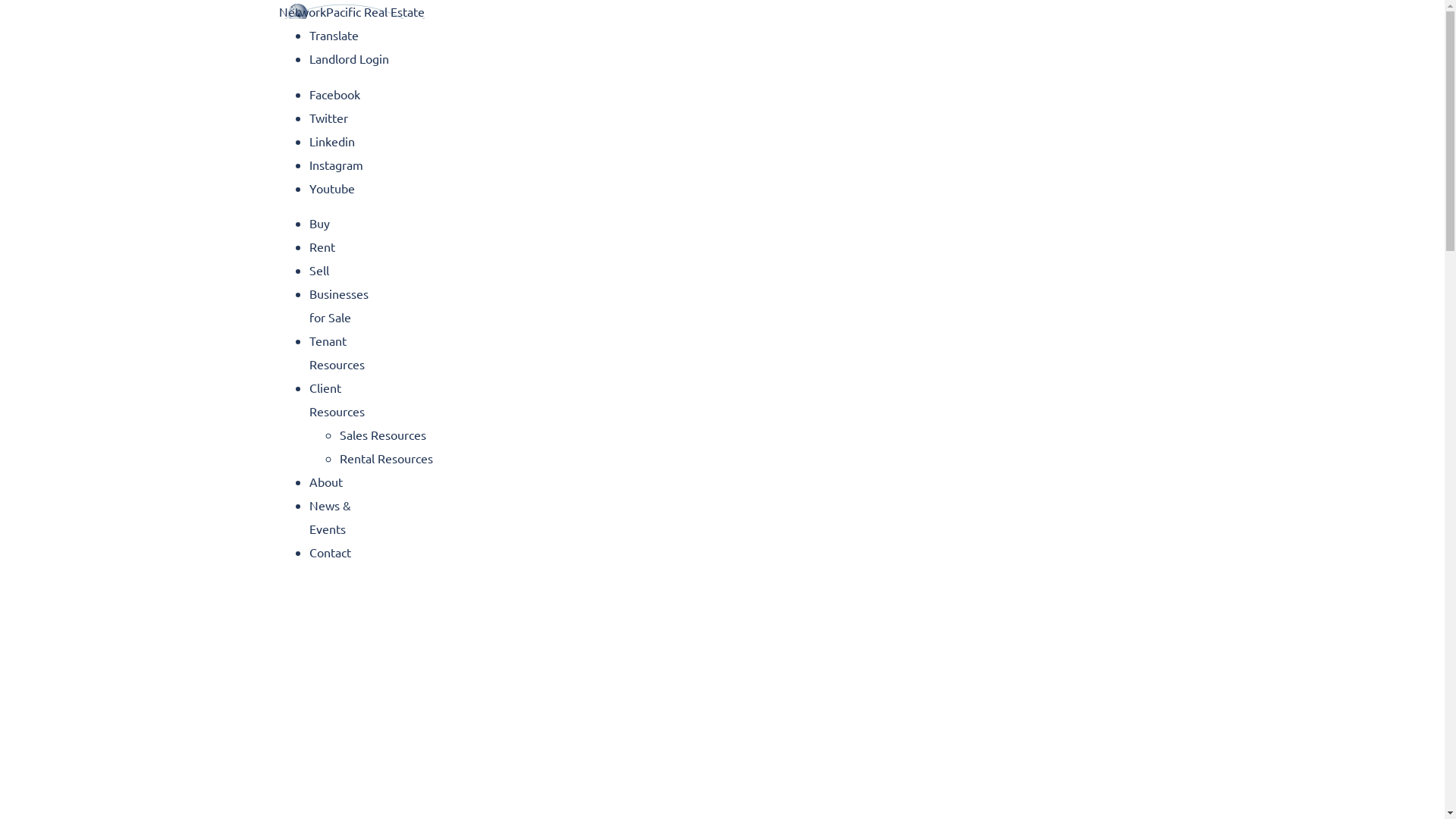 This screenshot has height=819, width=1456. What do you see at coordinates (382, 435) in the screenshot?
I see `'Sales Resources'` at bounding box center [382, 435].